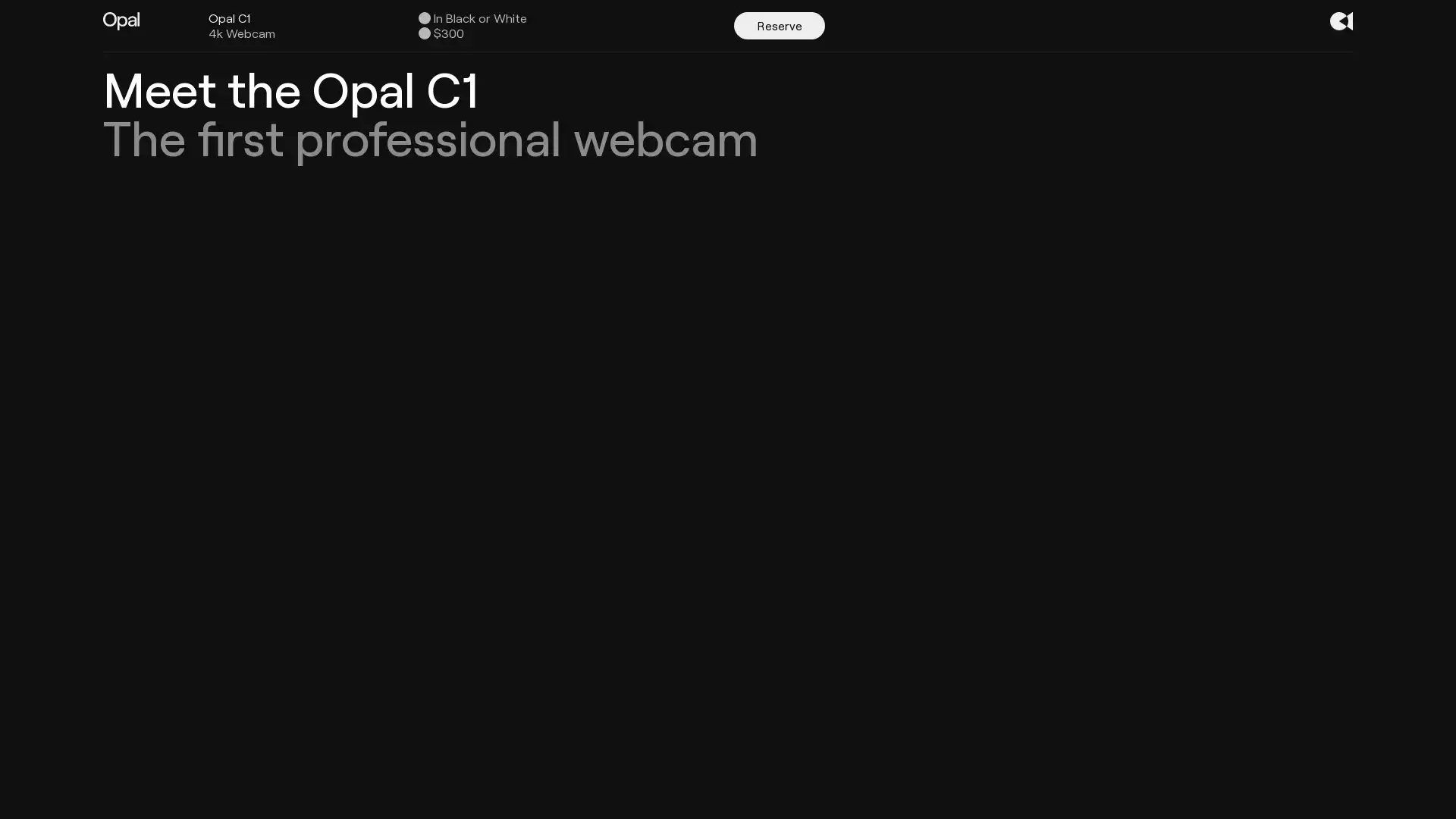 Image resolution: width=1456 pixels, height=819 pixels. What do you see at coordinates (779, 26) in the screenshot?
I see `Reserve` at bounding box center [779, 26].